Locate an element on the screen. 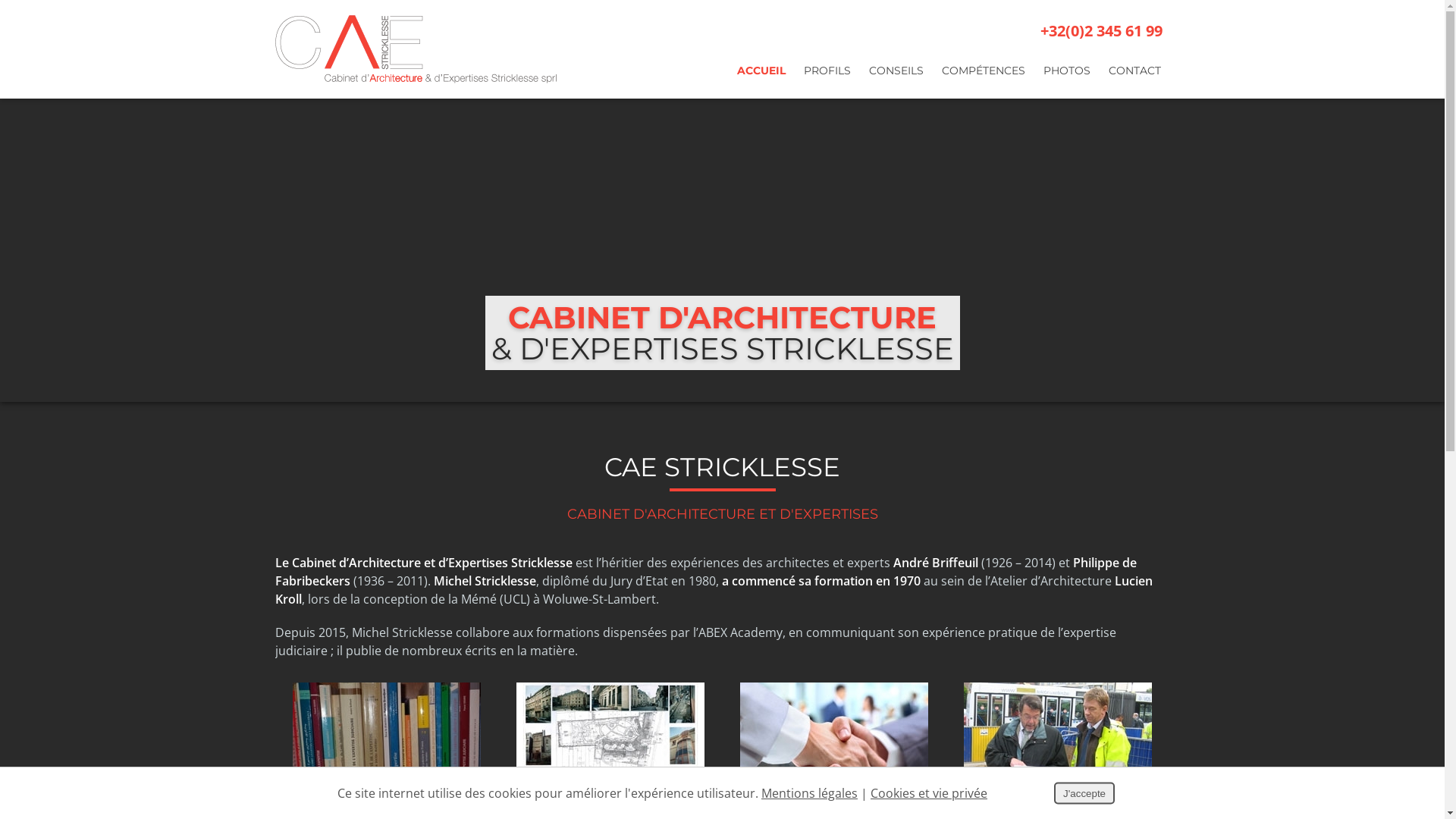 Image resolution: width=1456 pixels, height=819 pixels. 'ACCUEIL' is located at coordinates (761, 74).